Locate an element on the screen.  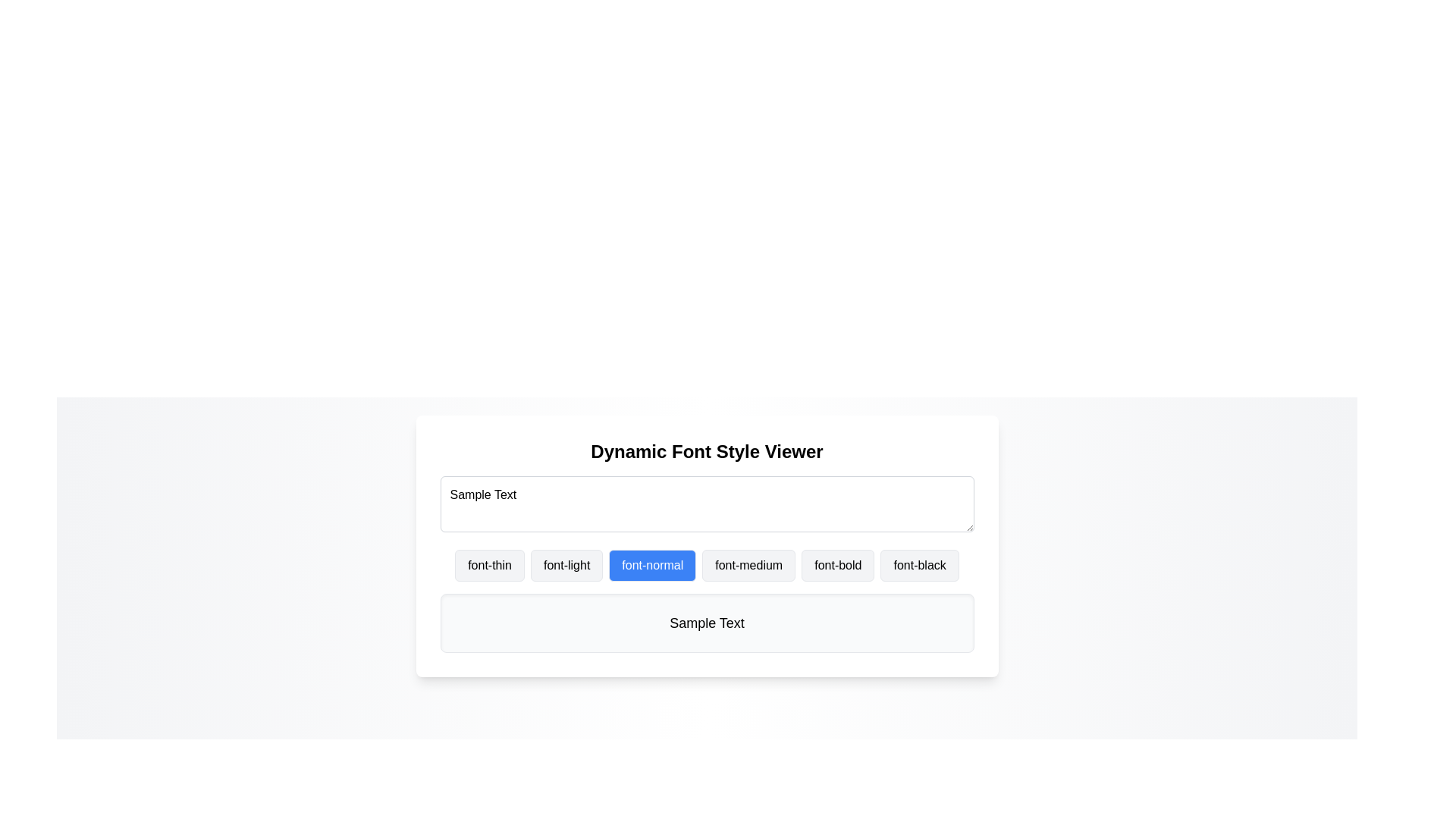
the rectangular button labeled 'font-bold' with a light gray background is located at coordinates (837, 565).